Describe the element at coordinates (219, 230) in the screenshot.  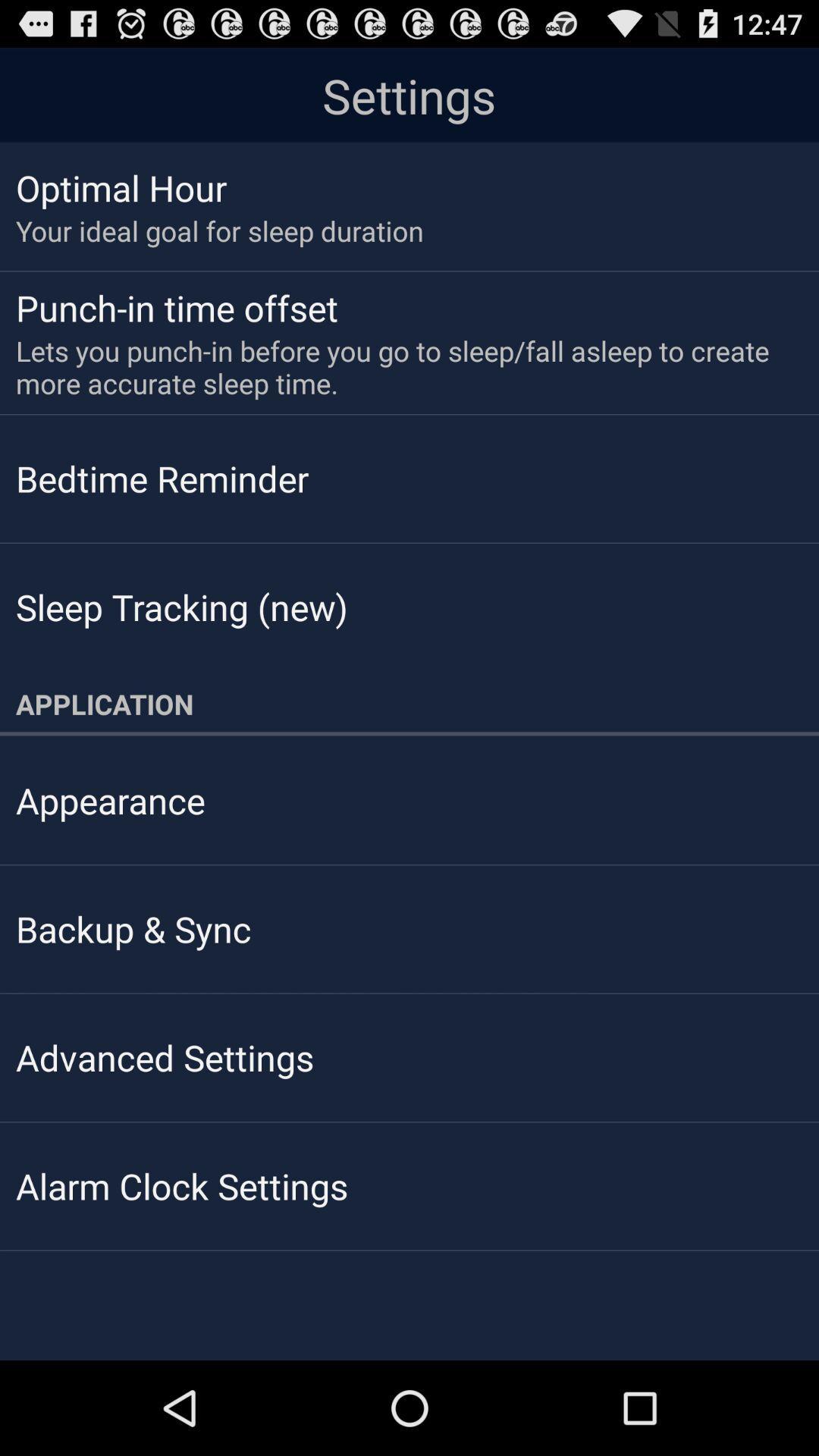
I see `the app below the optimal hour app` at that location.